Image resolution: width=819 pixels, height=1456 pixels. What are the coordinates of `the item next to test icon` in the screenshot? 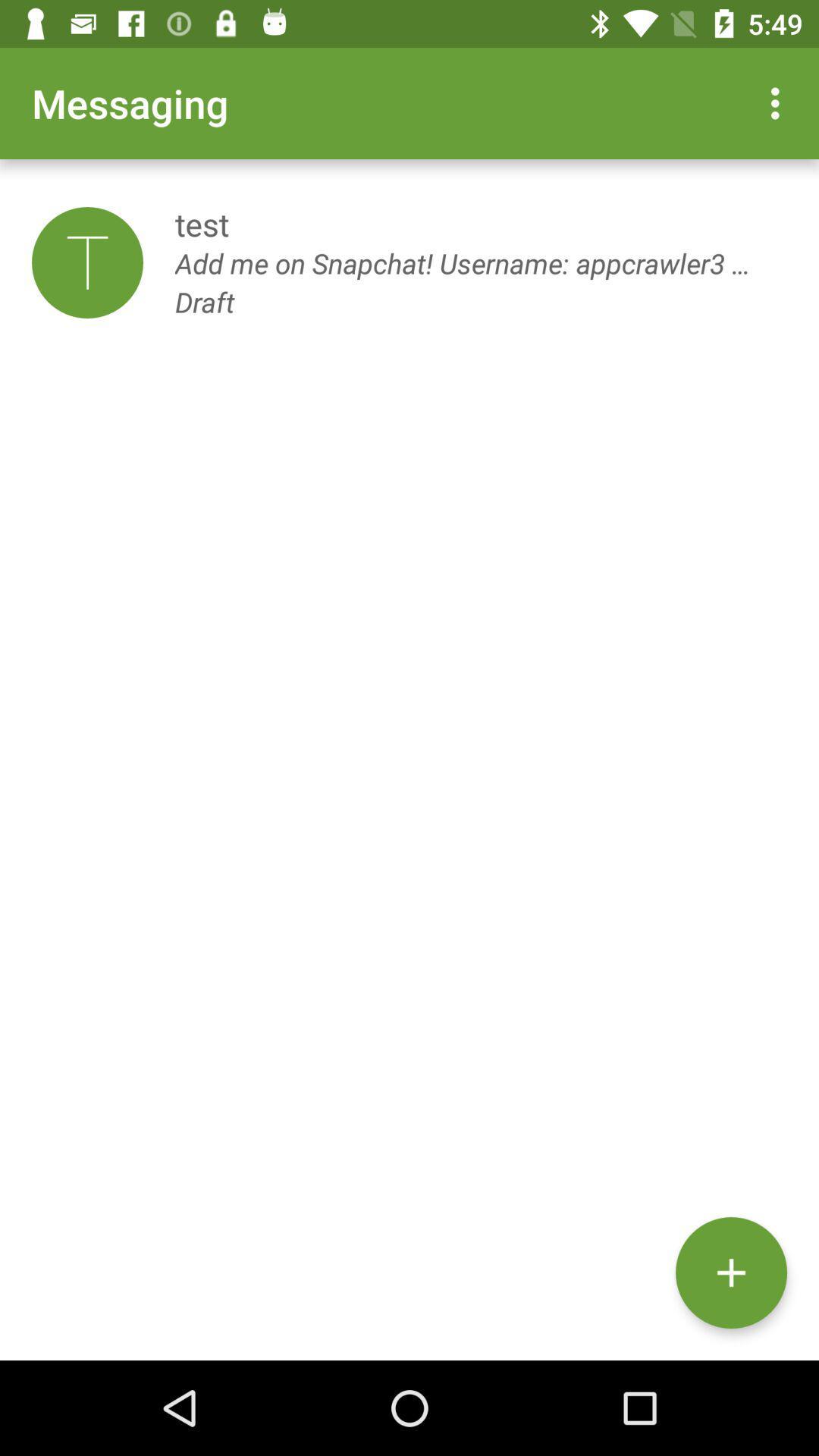 It's located at (87, 262).